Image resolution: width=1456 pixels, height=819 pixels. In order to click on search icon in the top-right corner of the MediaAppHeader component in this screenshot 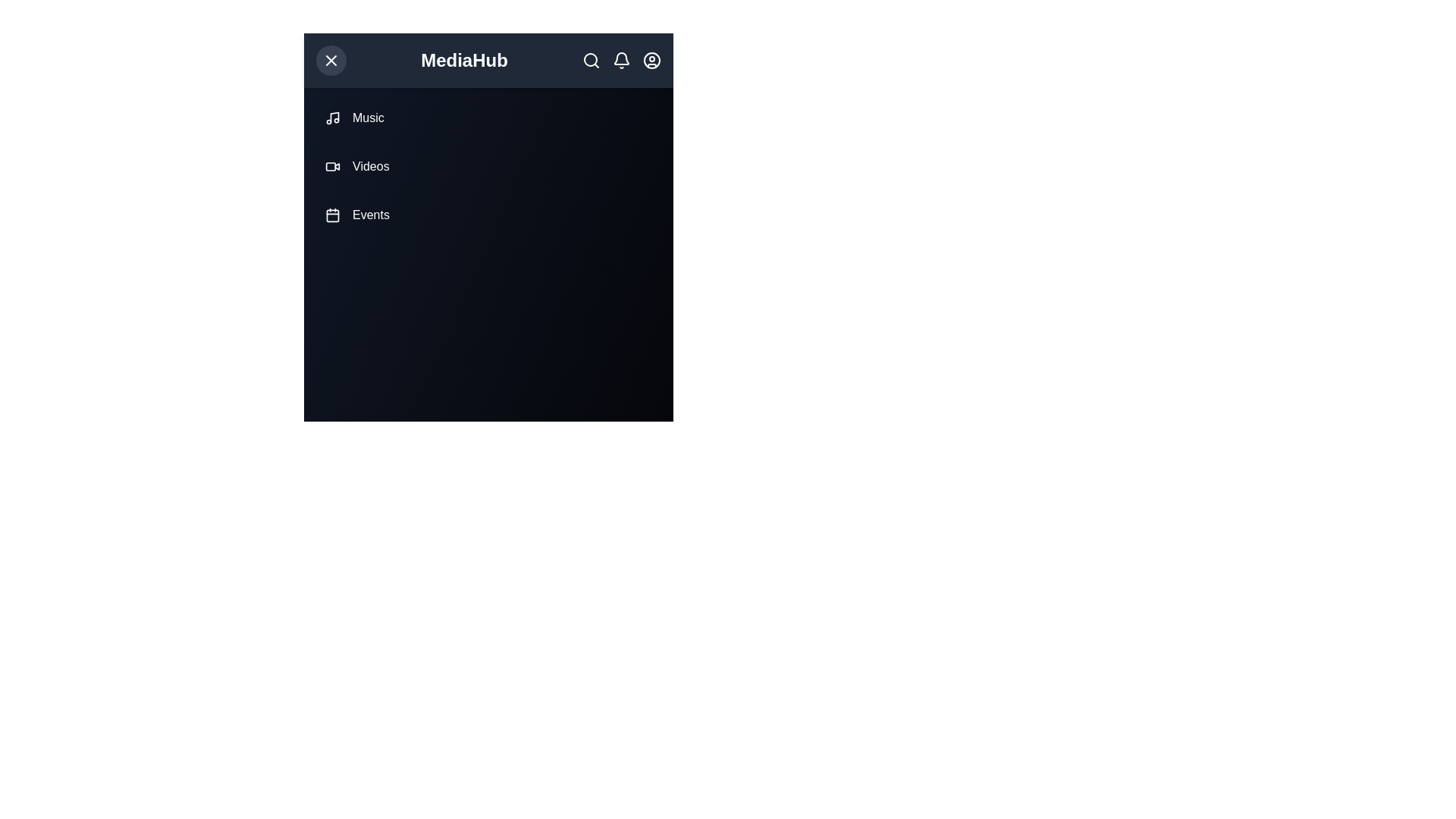, I will do `click(590, 60)`.